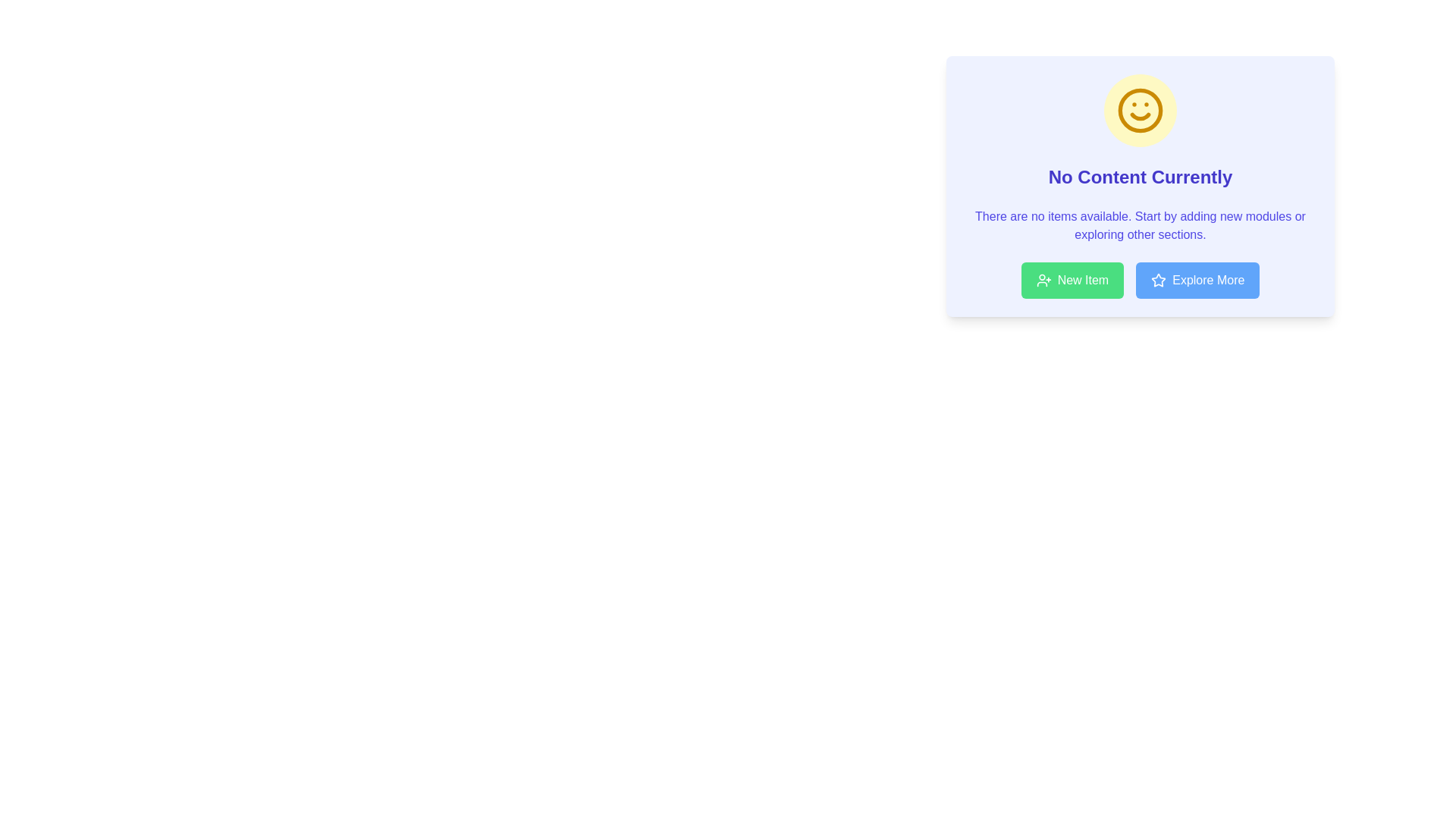 The image size is (1456, 819). What do you see at coordinates (1072, 281) in the screenshot?
I see `the green 'New Item' button, which has a user icon with a plus sign and is located below the message 'No Content Currently'` at bounding box center [1072, 281].